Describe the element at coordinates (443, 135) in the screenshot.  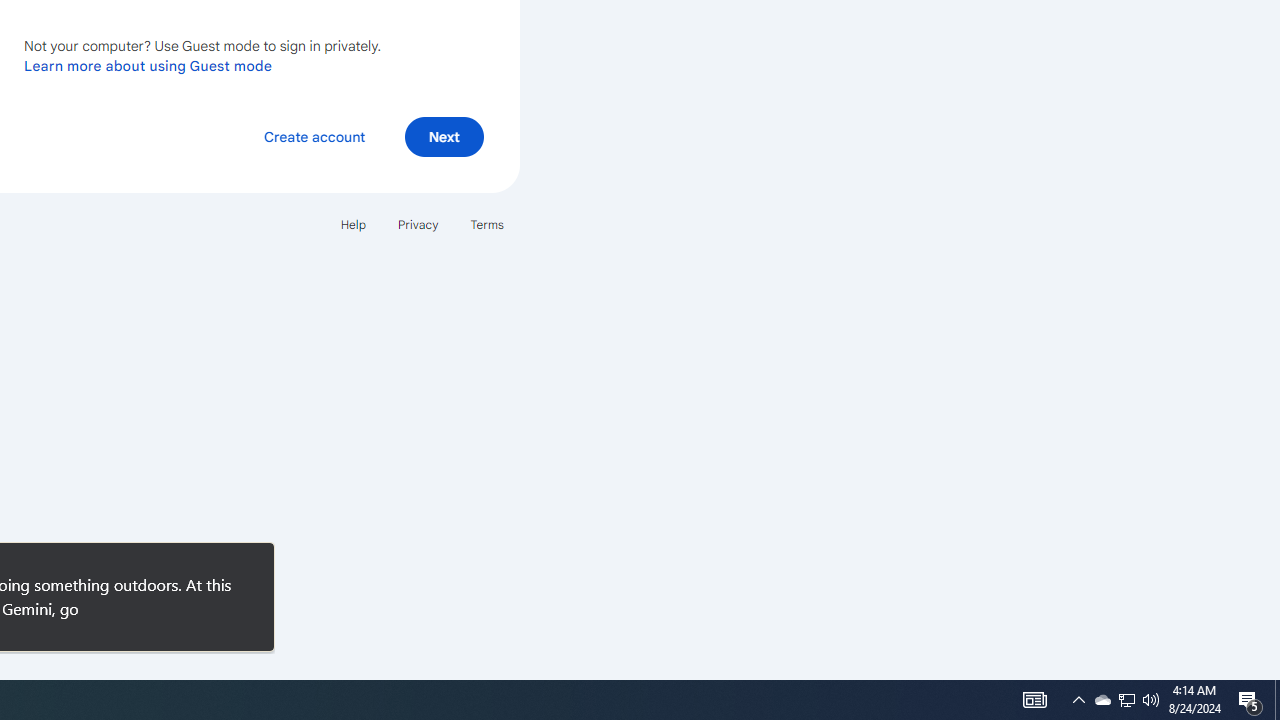
I see `'Next'` at that location.